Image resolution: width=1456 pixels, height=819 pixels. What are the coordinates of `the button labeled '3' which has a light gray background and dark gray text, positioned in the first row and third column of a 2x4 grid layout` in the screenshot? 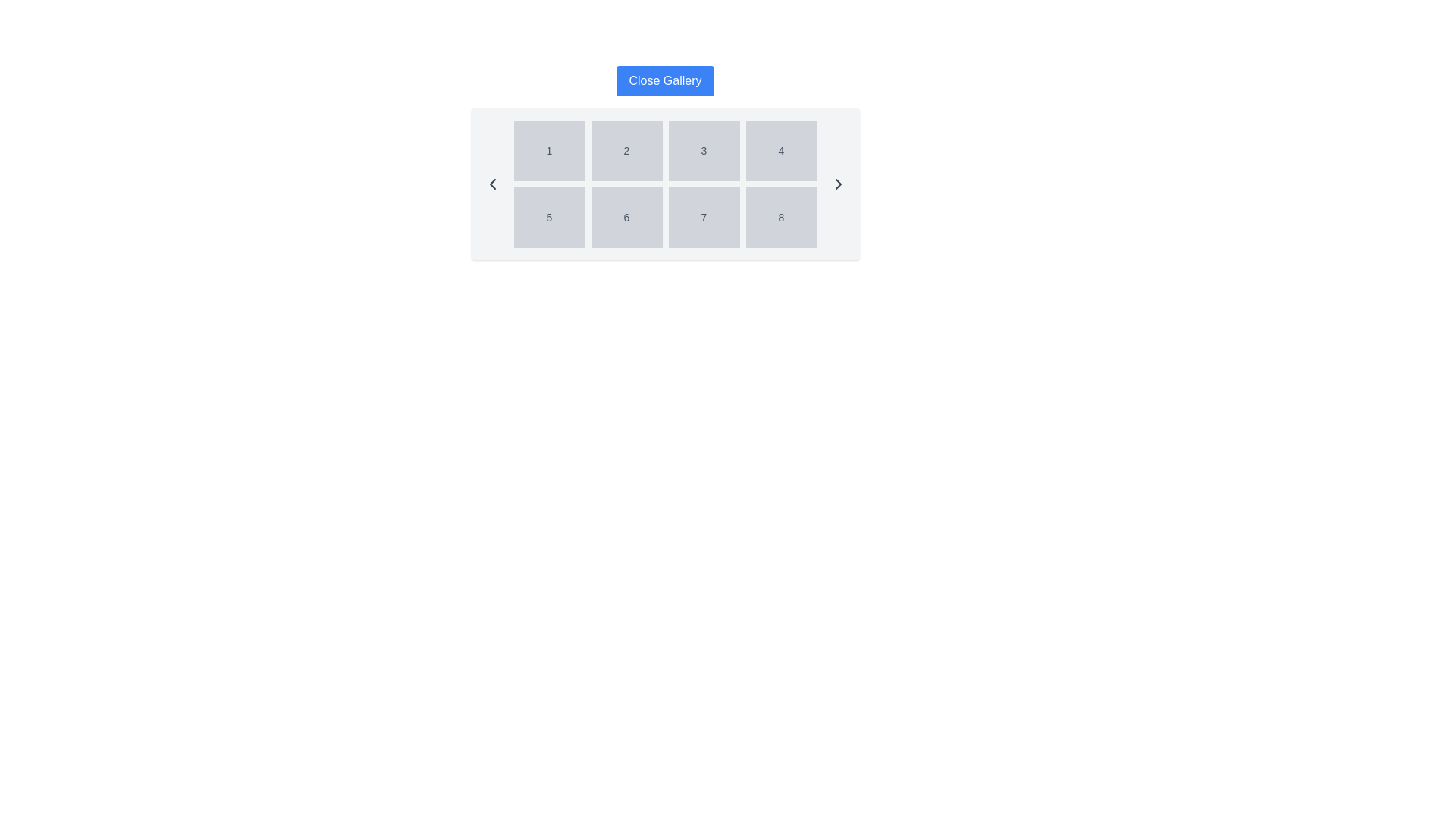 It's located at (703, 151).